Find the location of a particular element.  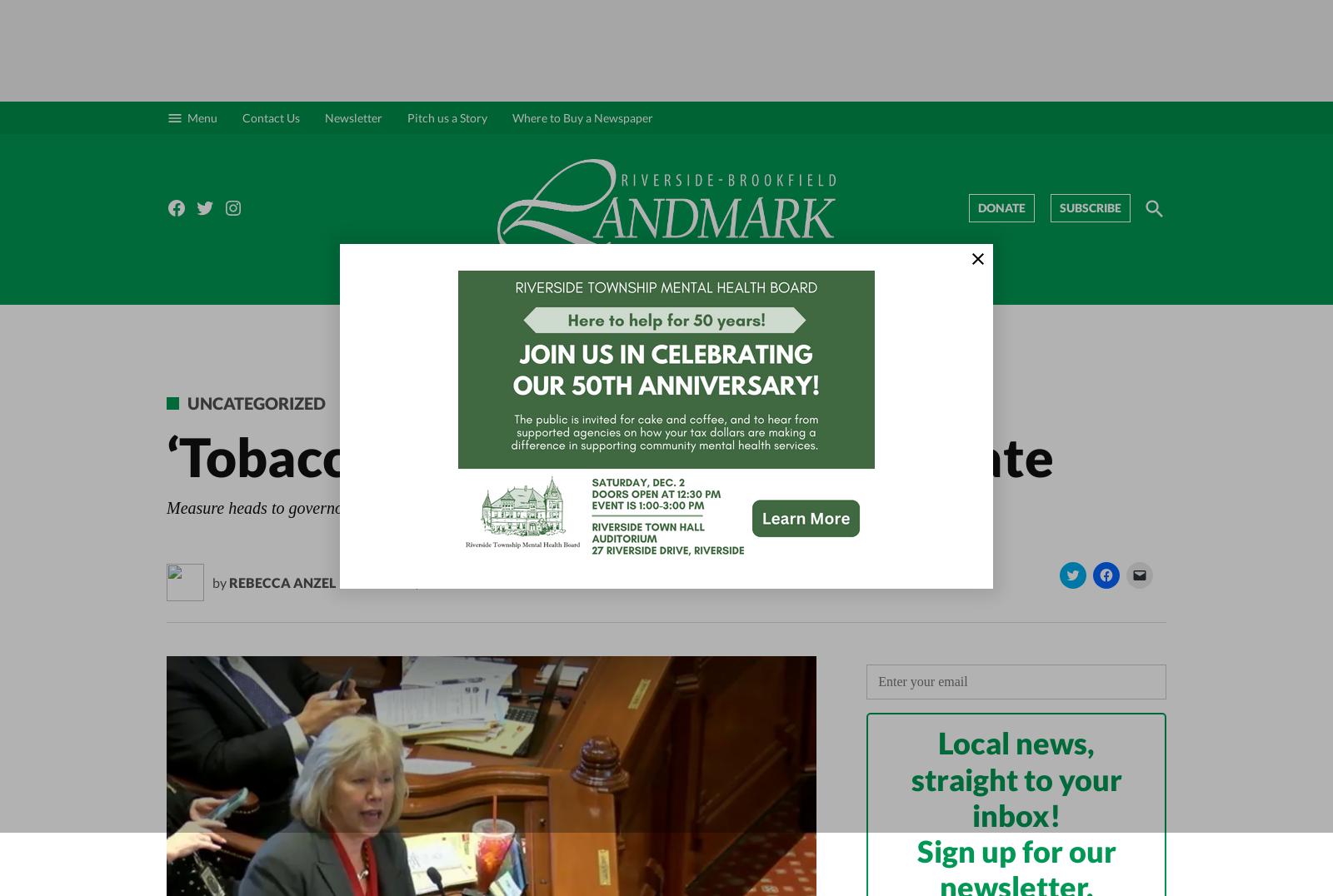

'Public Notices' is located at coordinates (941, 288).